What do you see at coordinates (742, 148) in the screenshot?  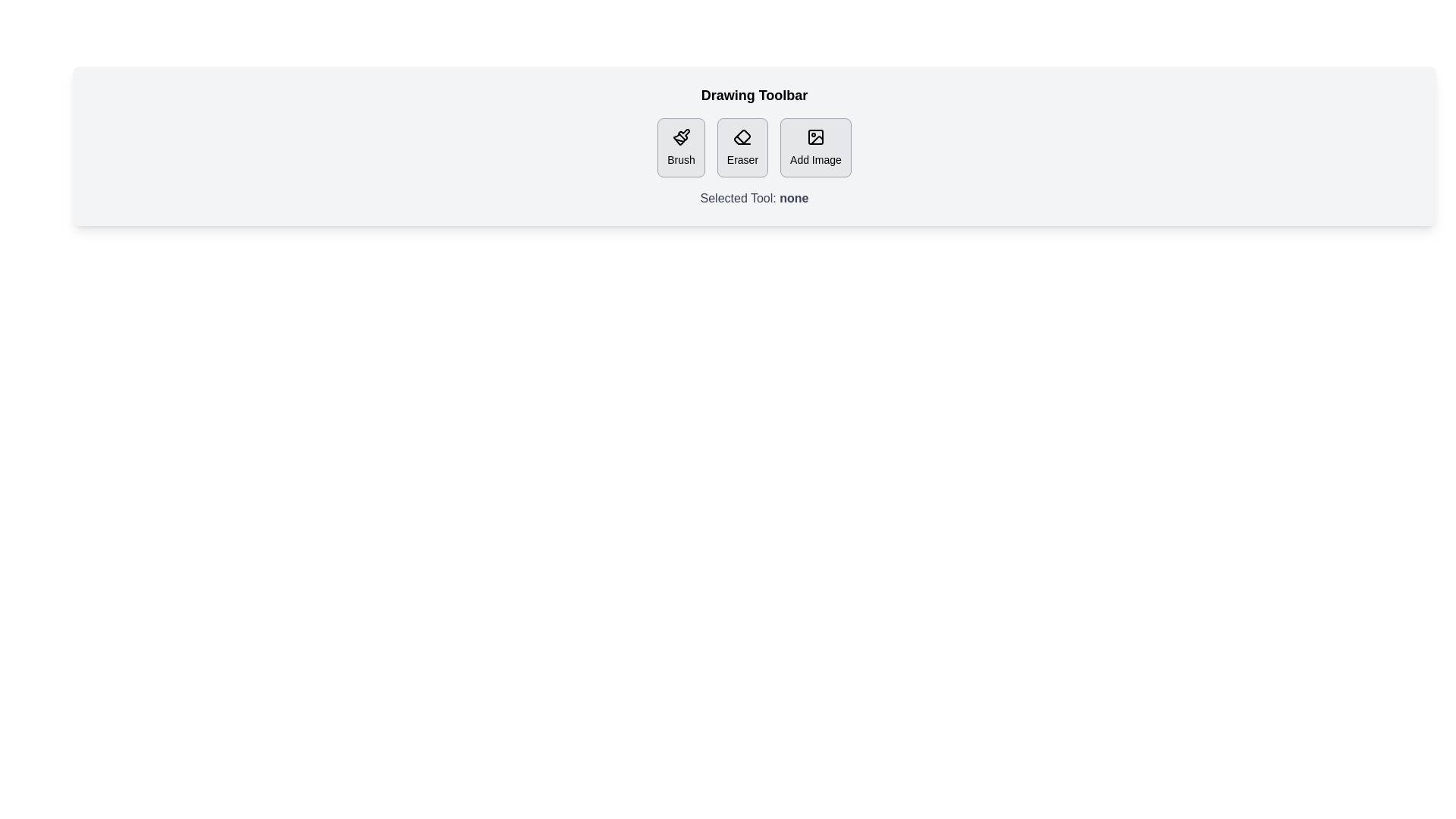 I see `the Eraser button to observe the hover effect` at bounding box center [742, 148].